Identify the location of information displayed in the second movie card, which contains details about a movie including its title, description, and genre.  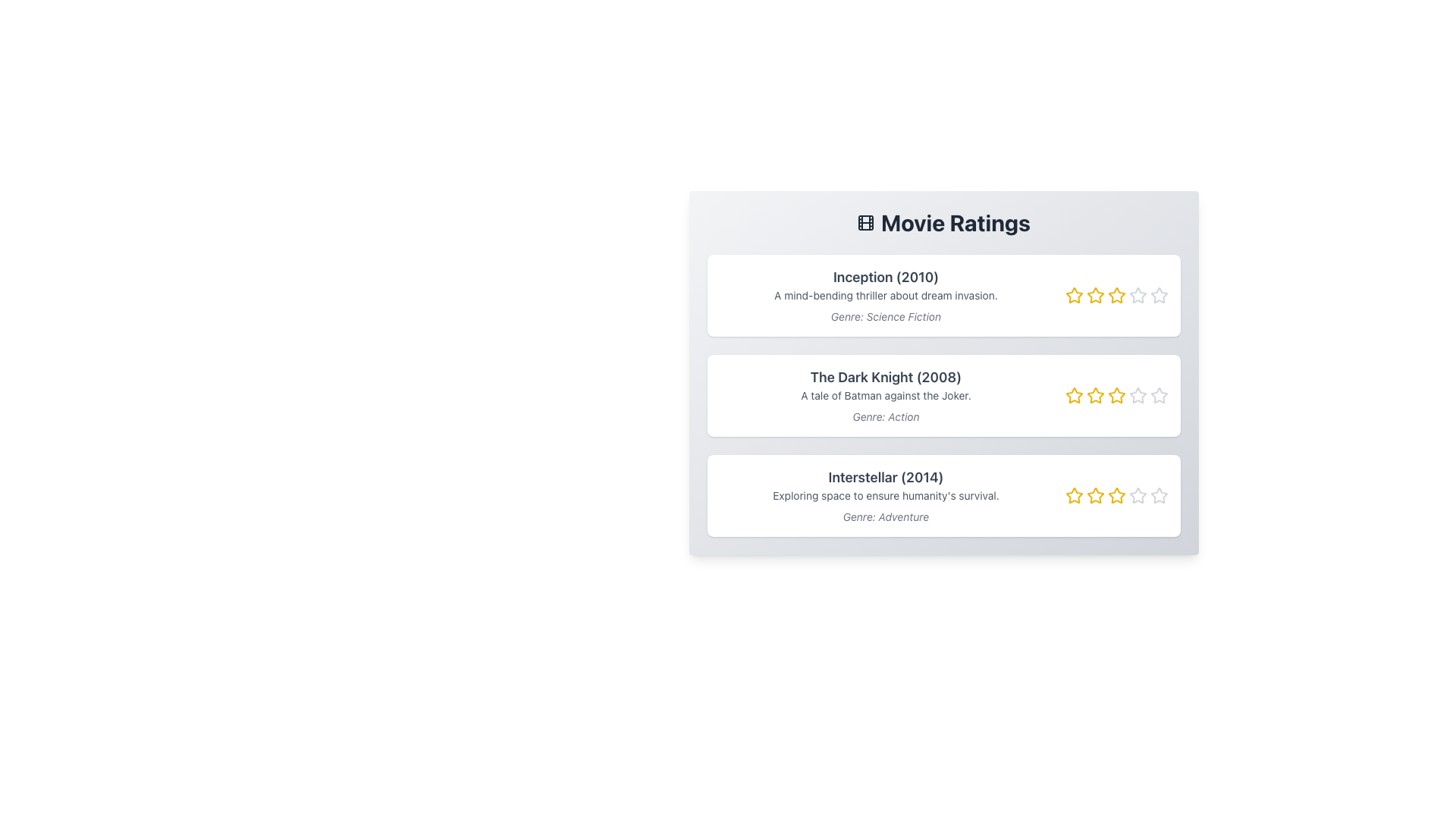
(886, 394).